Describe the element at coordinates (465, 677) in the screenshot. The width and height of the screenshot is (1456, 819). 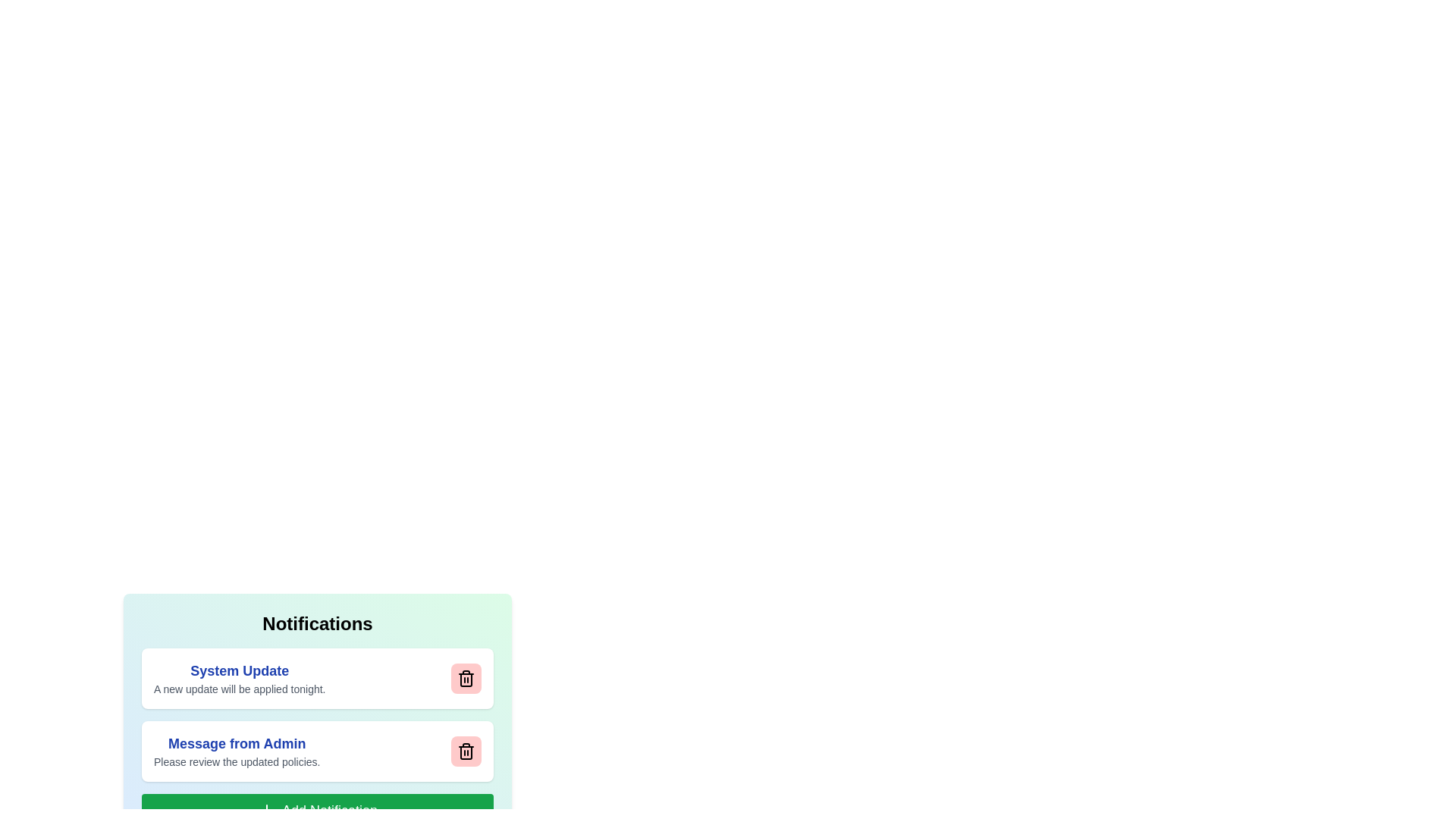
I see `delete button for the notification titled 'System Update'` at that location.